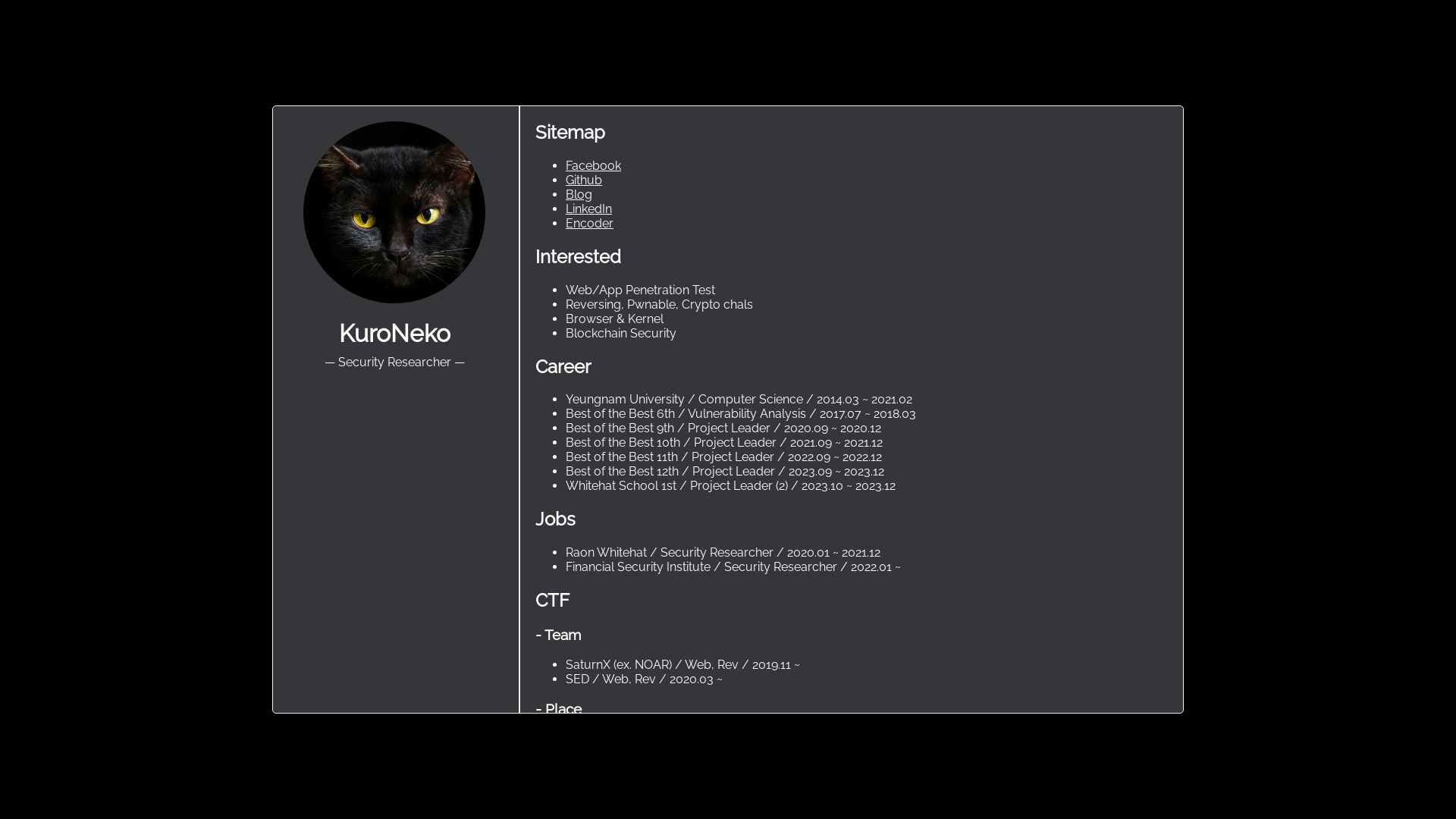  Describe the element at coordinates (592, 165) in the screenshot. I see `'Facebook'` at that location.